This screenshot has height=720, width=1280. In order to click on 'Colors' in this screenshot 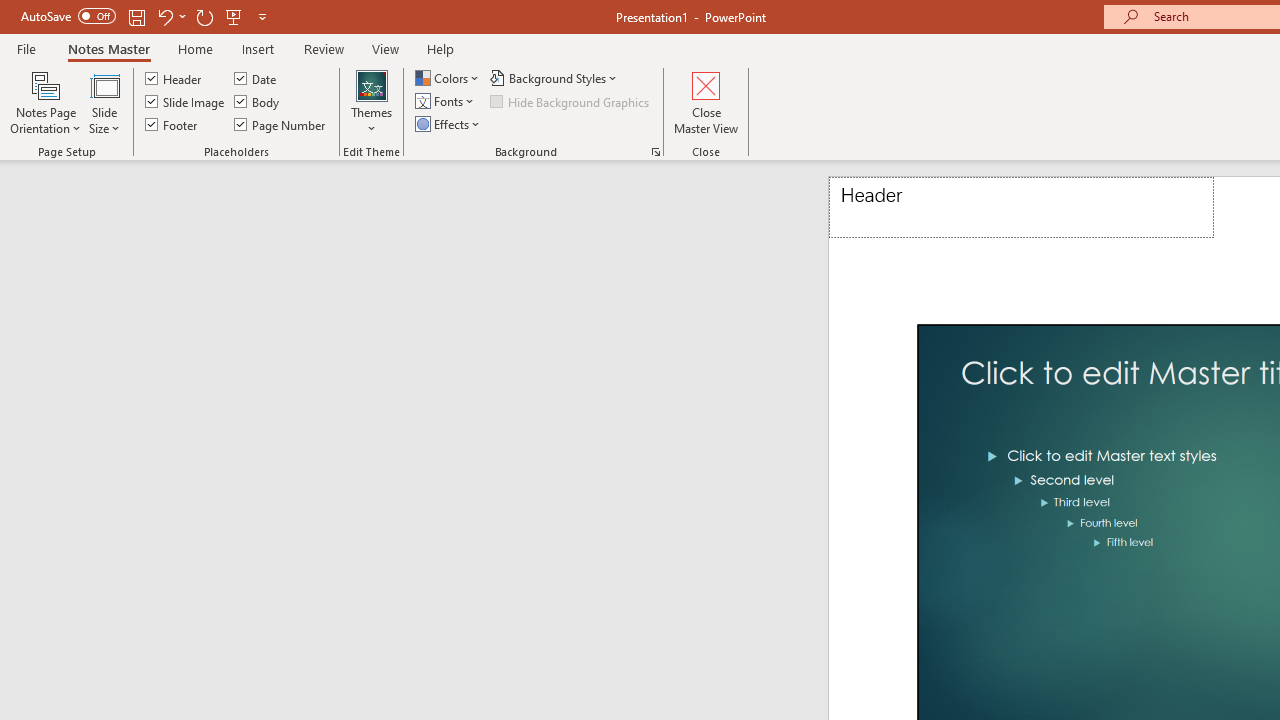, I will do `click(448, 77)`.